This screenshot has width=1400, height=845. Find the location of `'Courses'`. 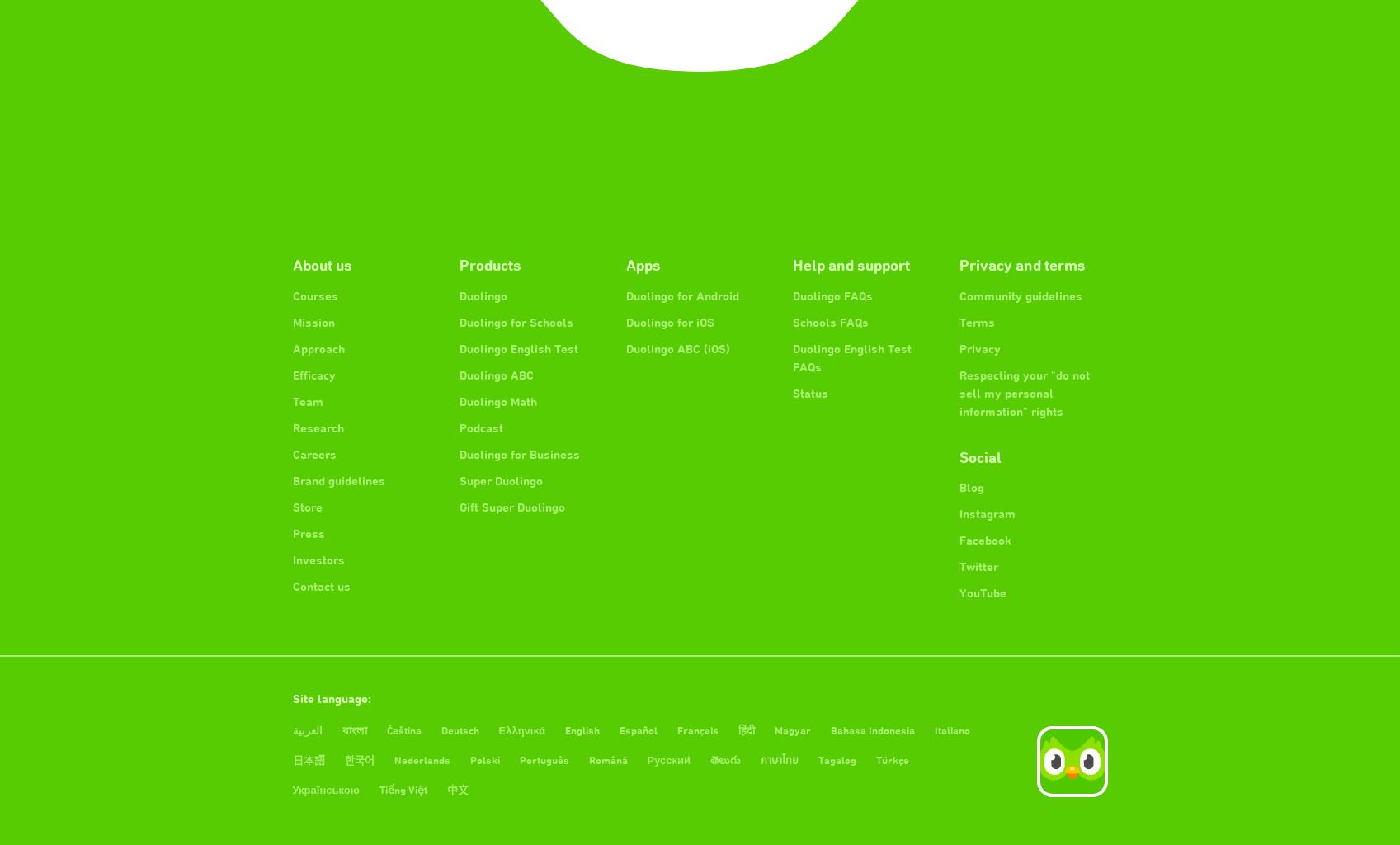

'Courses' is located at coordinates (314, 295).